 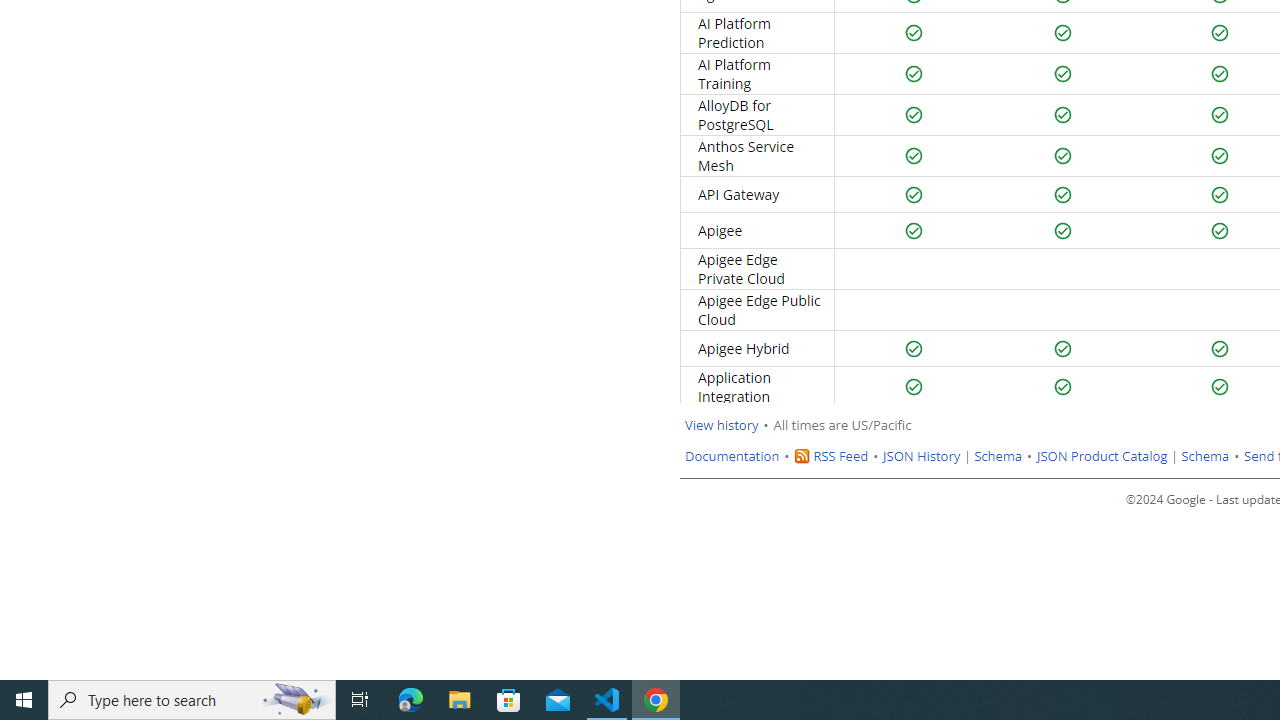 What do you see at coordinates (731, 456) in the screenshot?
I see `'Documentation'` at bounding box center [731, 456].